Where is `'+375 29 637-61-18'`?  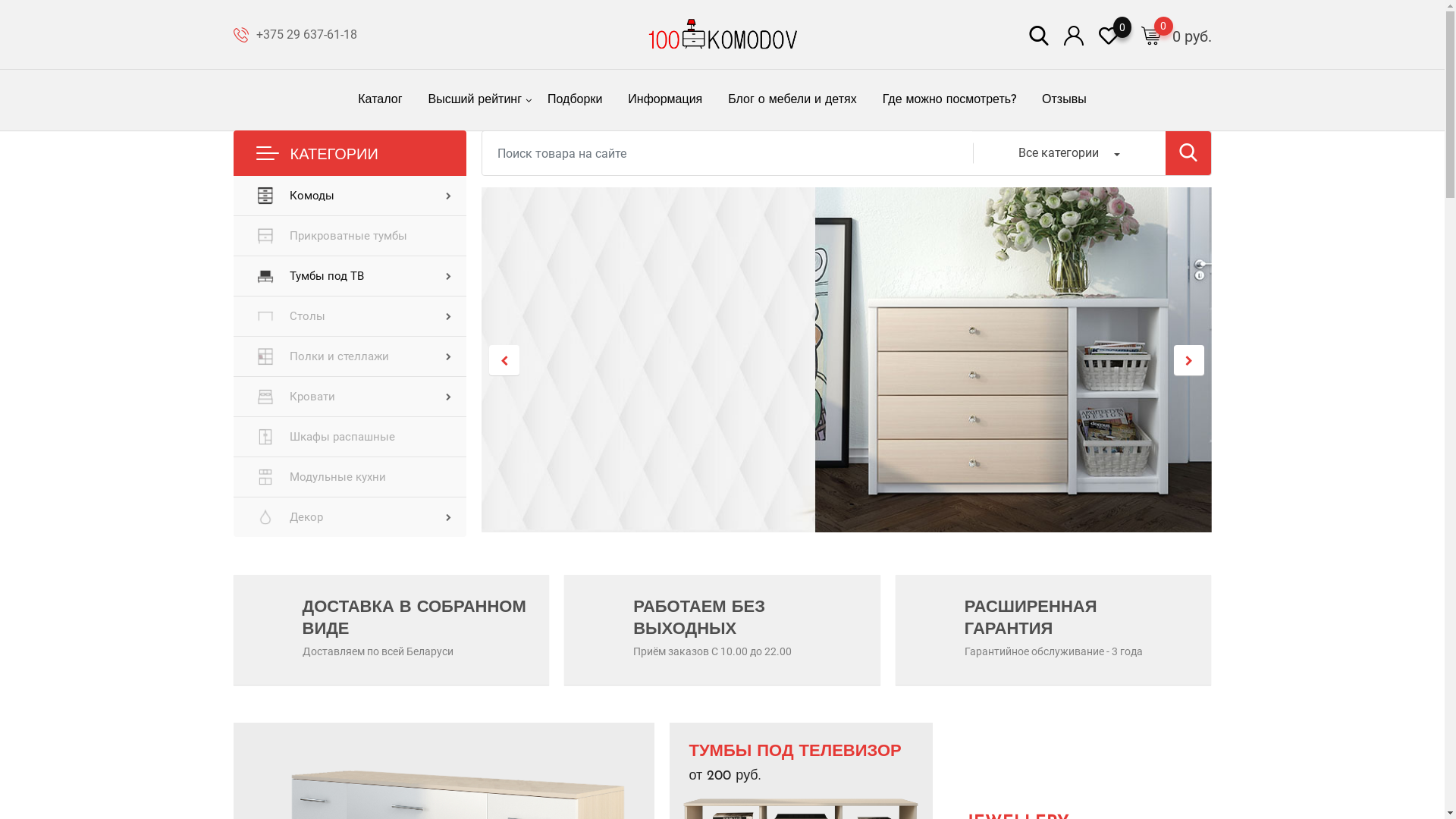 '+375 29 637-61-18' is located at coordinates (256, 34).